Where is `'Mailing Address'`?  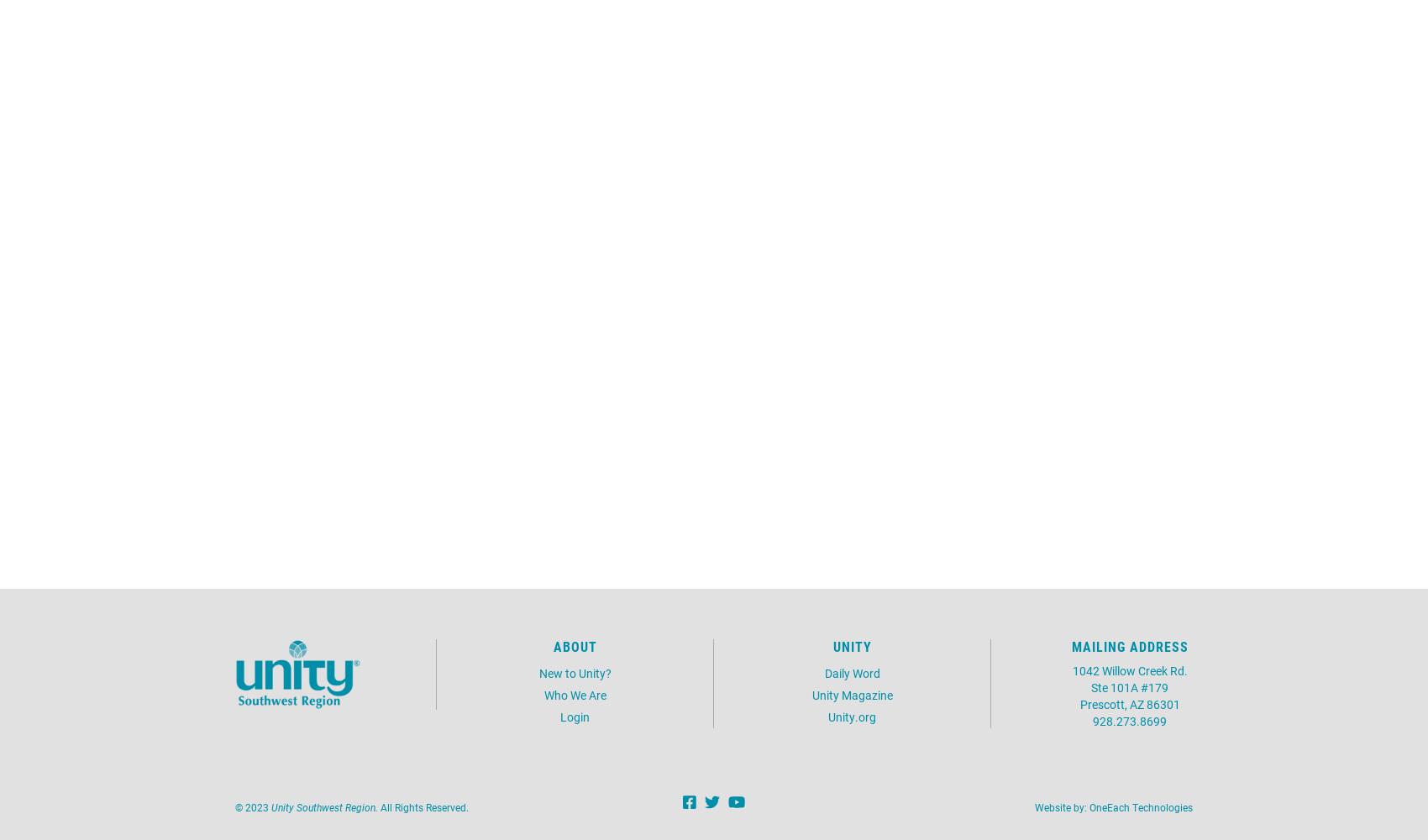
'Mailing Address' is located at coordinates (1129, 646).